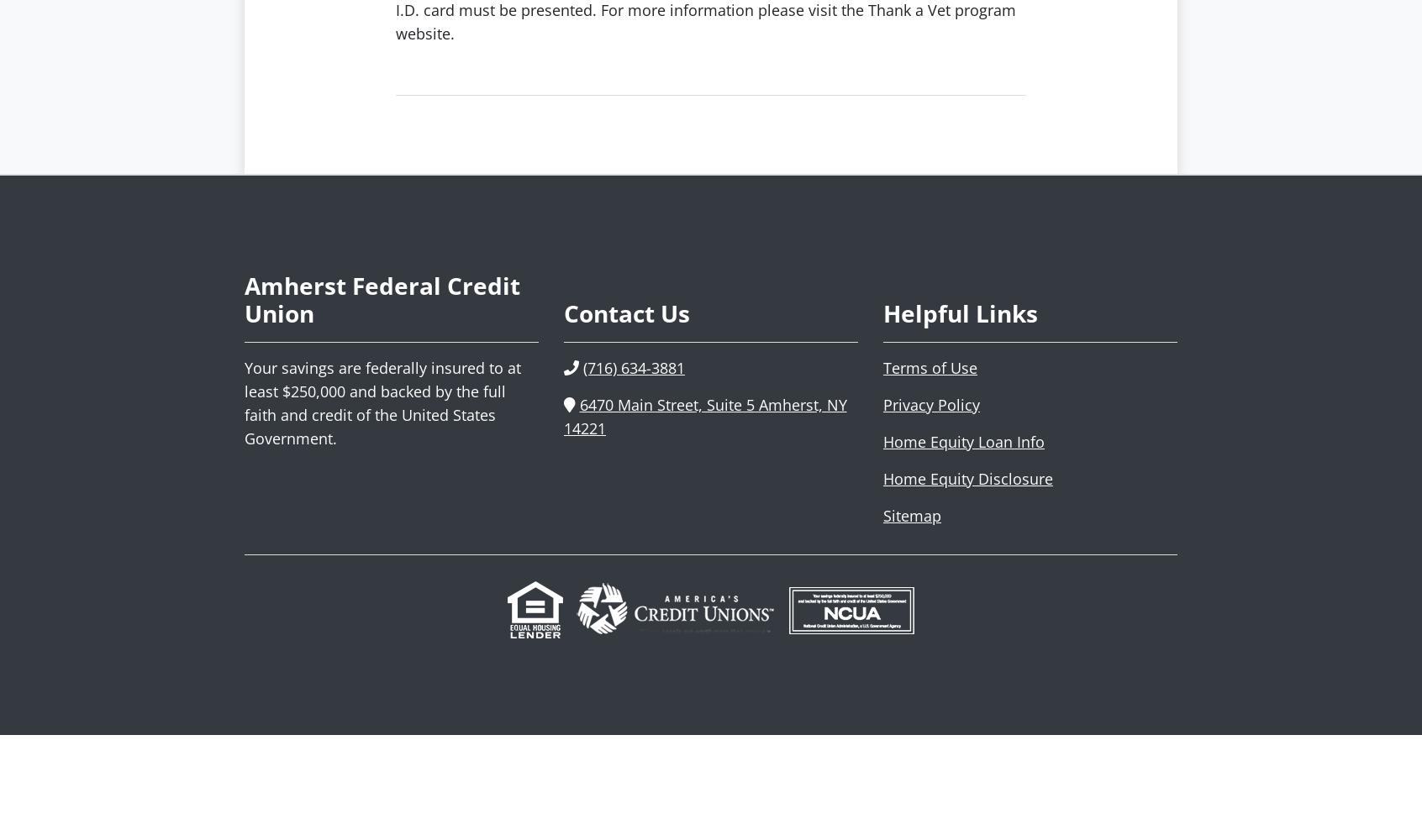  I want to click on 'Home Equity Loan Info', so click(963, 441).